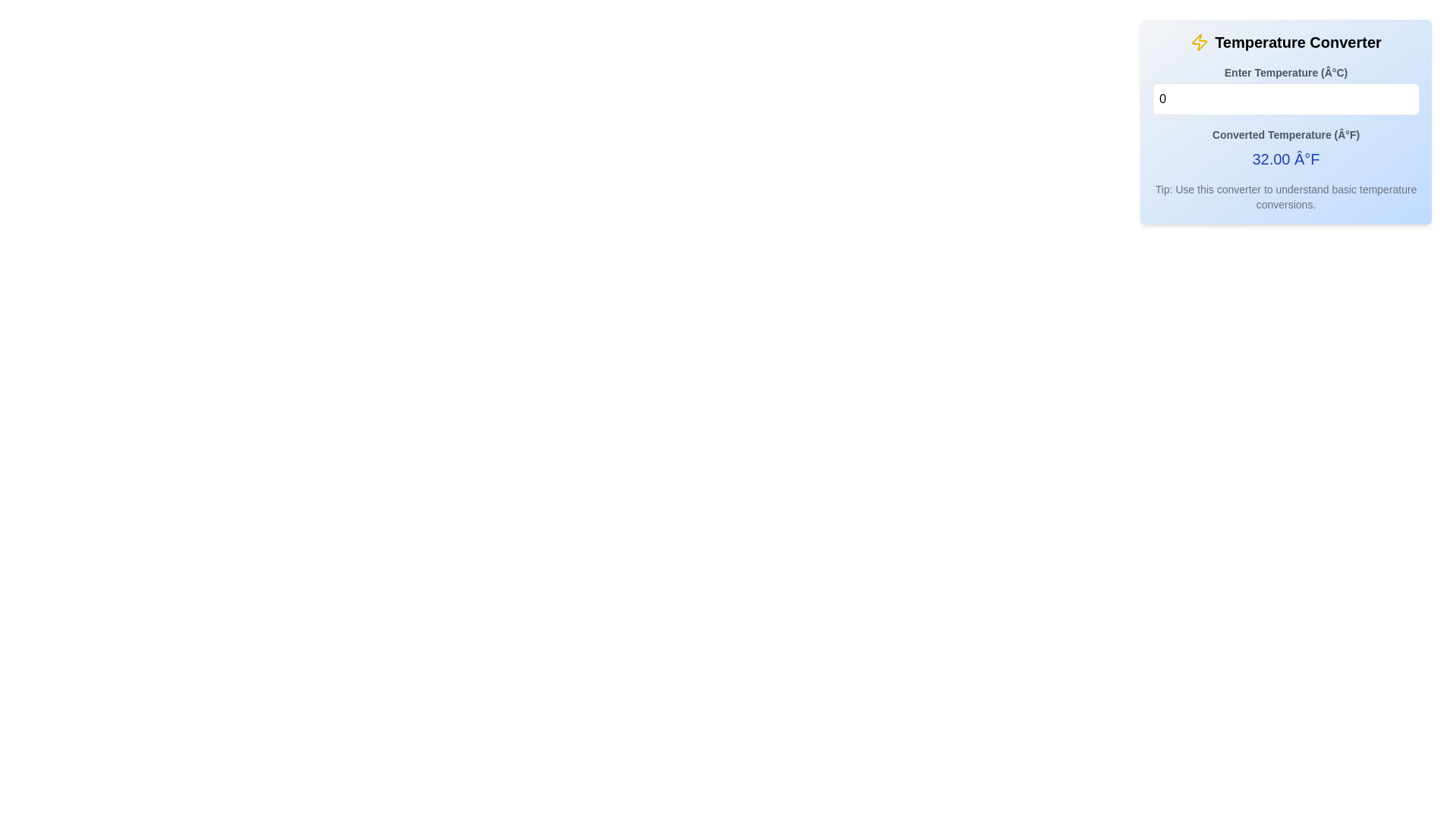 This screenshot has width=1456, height=819. Describe the element at coordinates (1199, 42) in the screenshot. I see `the decorative icon representing energy or power located at the top left corner of the temperature converter component, above the main text title` at that location.